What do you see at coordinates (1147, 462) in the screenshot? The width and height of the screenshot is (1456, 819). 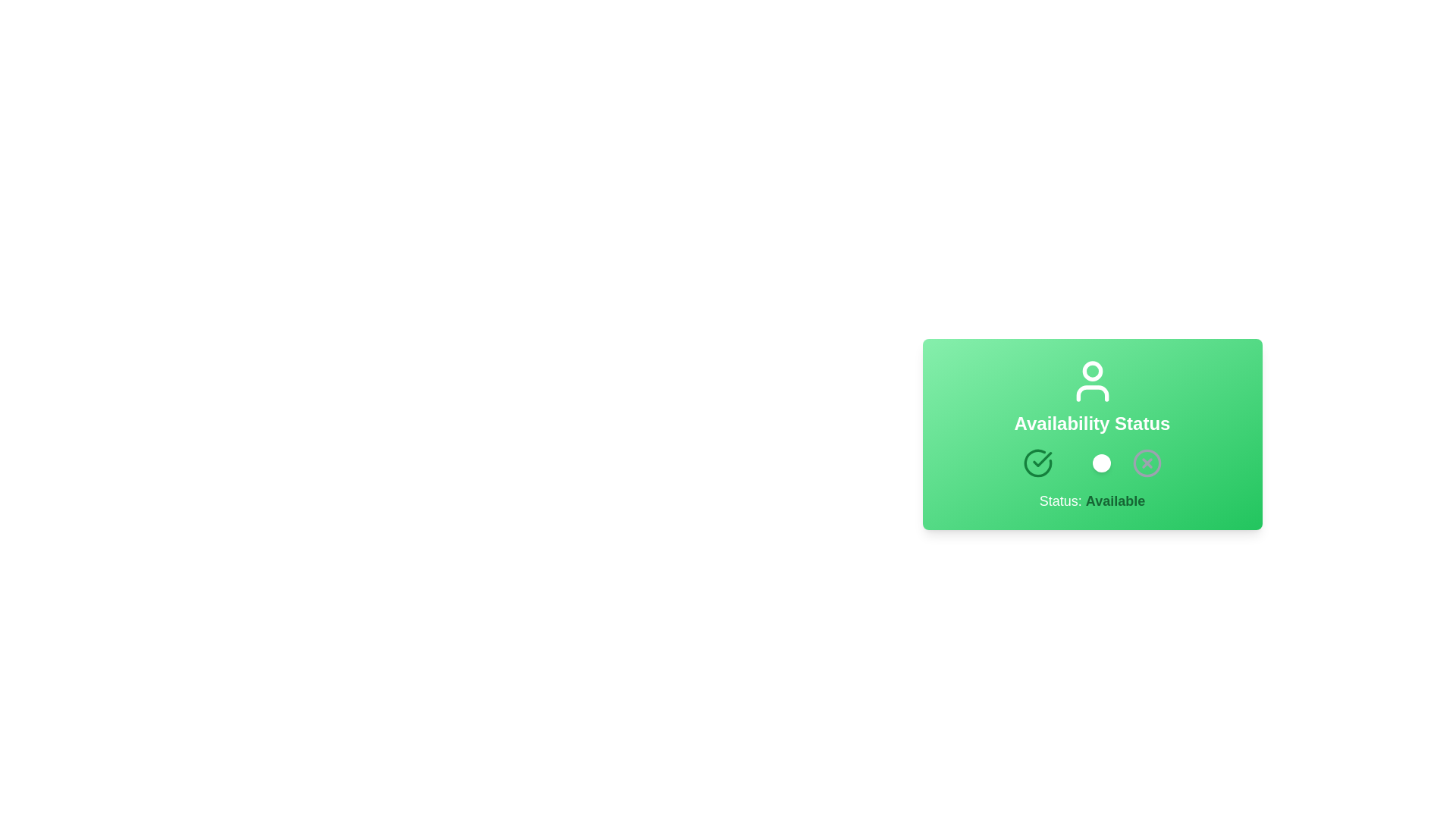 I see `the interactive icon/button in the lower-right corner of the green card labeled 'Availability Status', which represents an 'unavailable' or 'error' state` at bounding box center [1147, 462].